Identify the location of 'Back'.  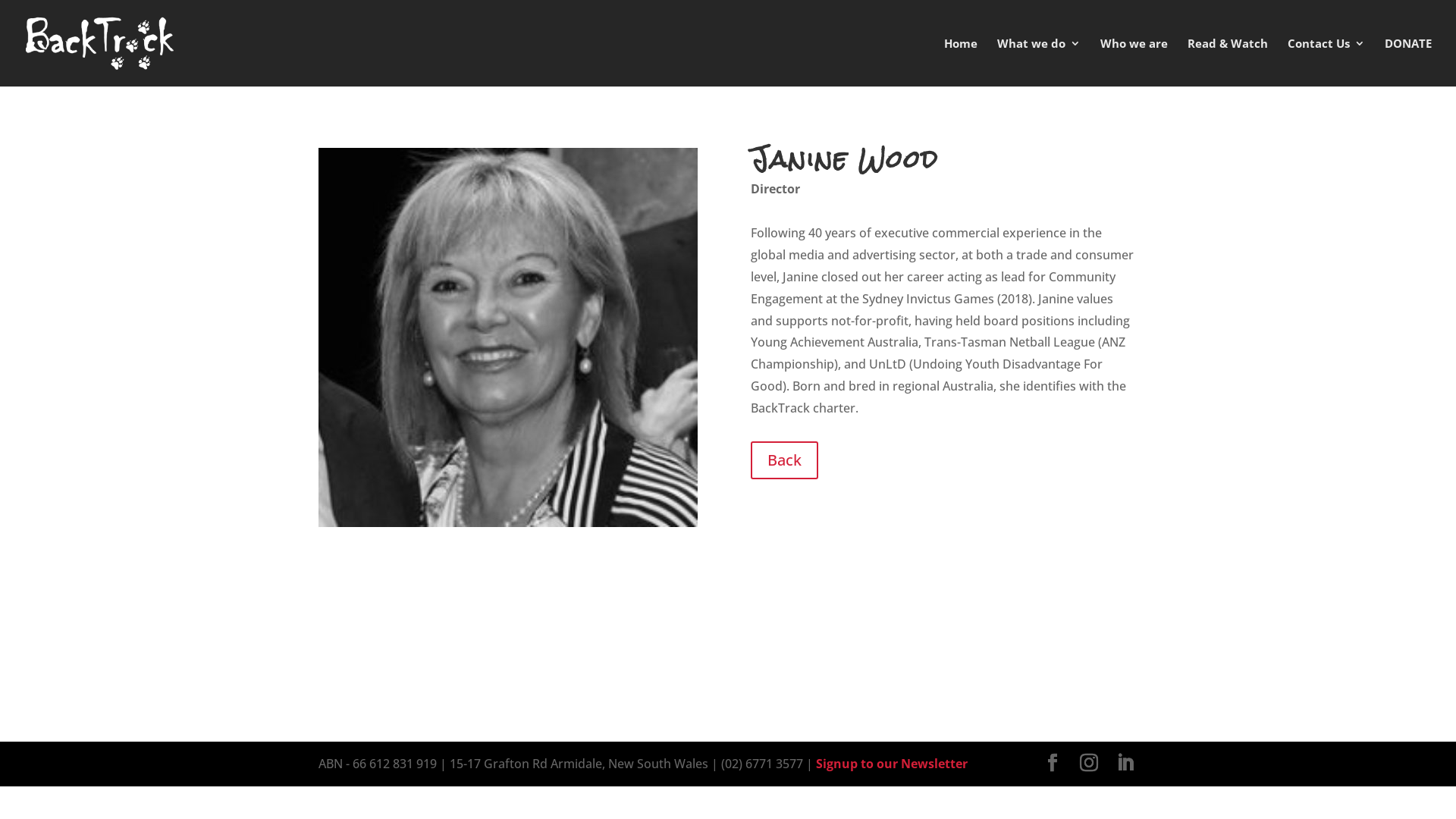
(784, 459).